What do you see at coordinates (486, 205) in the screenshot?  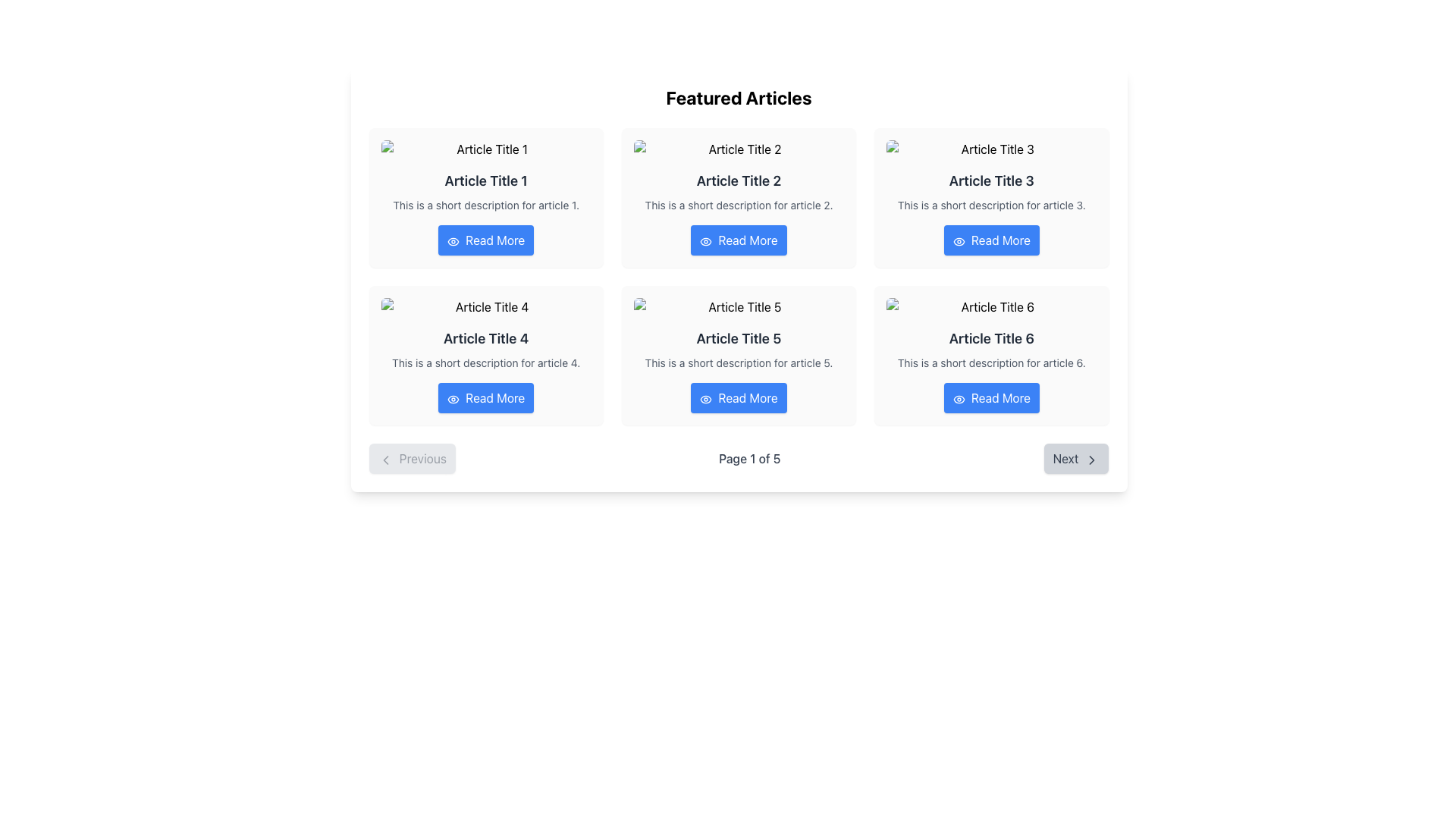 I see `text content in the Text block located below 'Article Title 1' and above the 'Read More' button in the first tile of the grid` at bounding box center [486, 205].